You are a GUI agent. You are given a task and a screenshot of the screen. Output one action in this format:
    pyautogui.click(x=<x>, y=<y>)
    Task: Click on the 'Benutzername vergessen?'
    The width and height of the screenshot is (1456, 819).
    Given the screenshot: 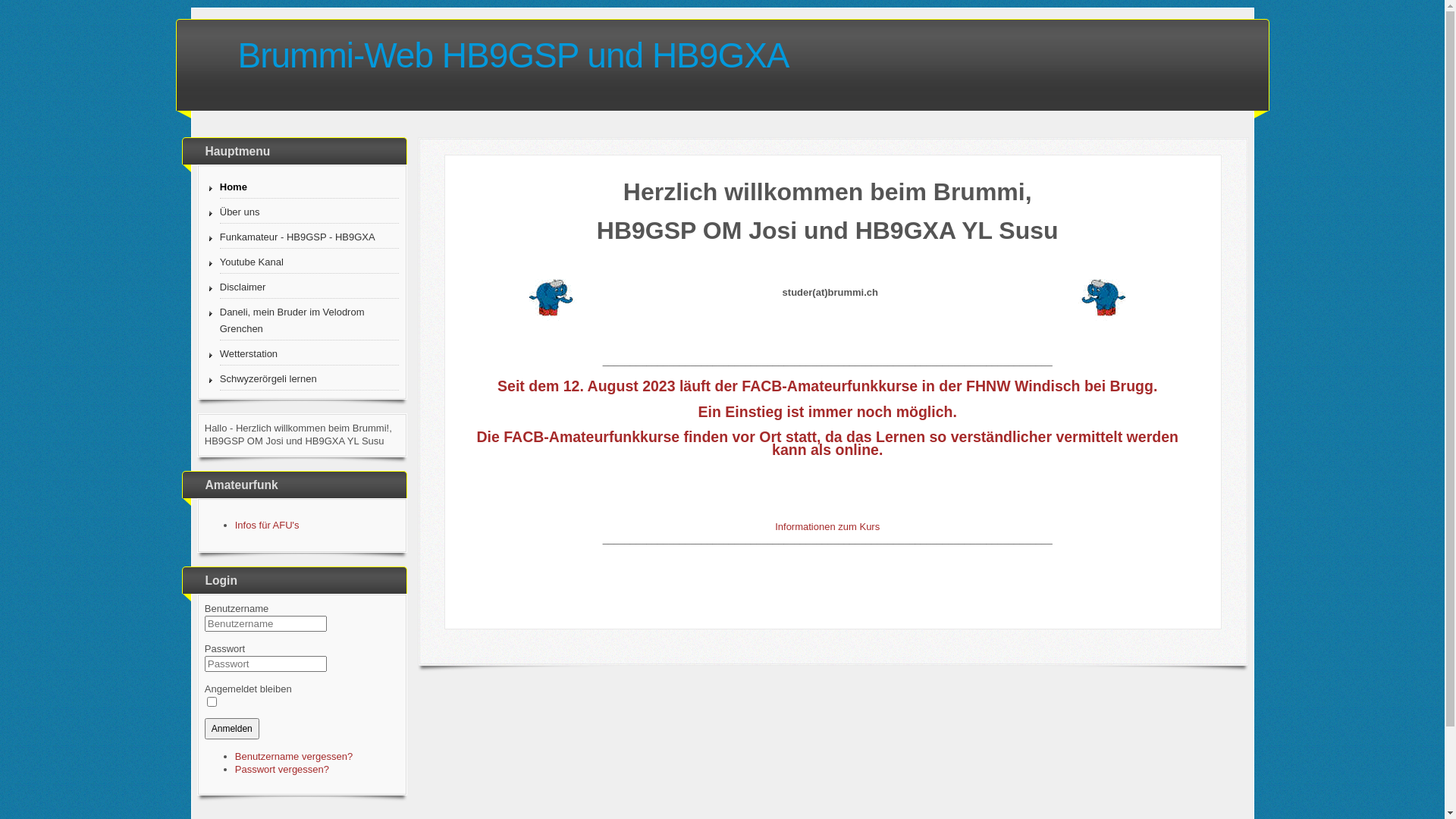 What is the action you would take?
    pyautogui.click(x=293, y=756)
    